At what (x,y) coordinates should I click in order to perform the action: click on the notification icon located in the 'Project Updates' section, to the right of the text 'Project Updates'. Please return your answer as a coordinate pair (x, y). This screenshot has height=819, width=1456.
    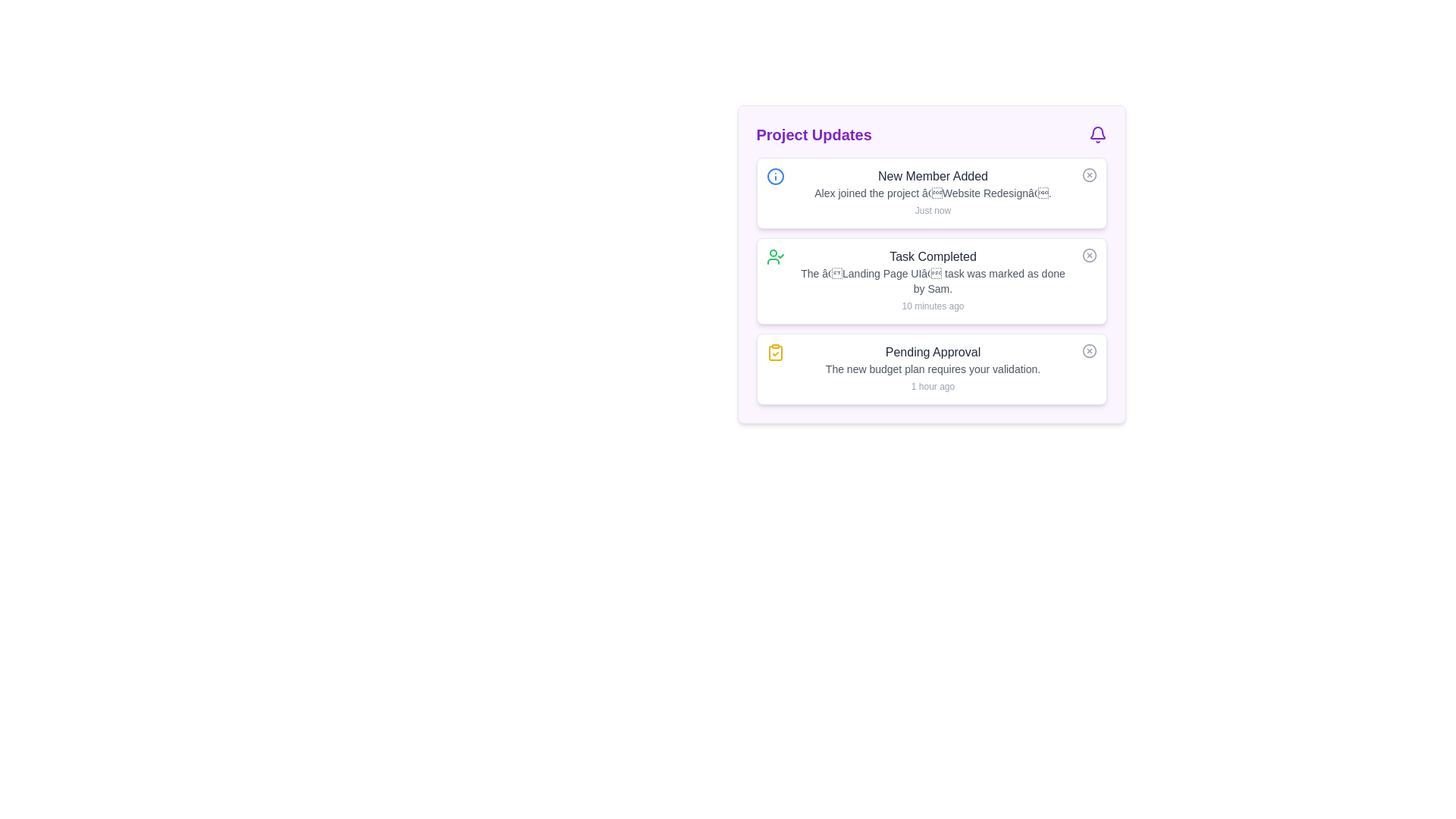
    Looking at the image, I should click on (1097, 133).